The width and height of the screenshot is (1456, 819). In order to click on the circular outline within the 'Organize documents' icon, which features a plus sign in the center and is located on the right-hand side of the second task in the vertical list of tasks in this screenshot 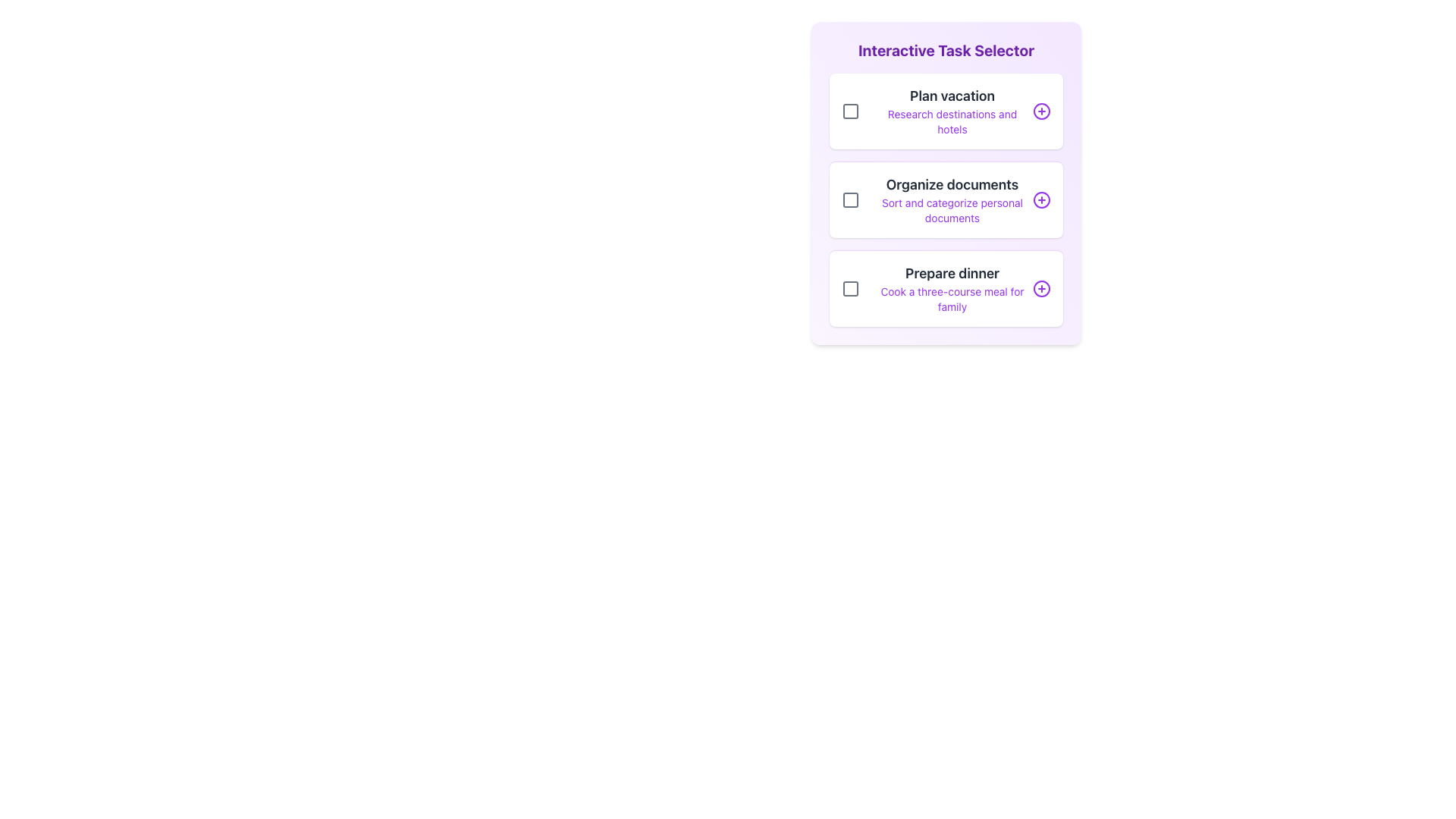, I will do `click(1040, 199)`.